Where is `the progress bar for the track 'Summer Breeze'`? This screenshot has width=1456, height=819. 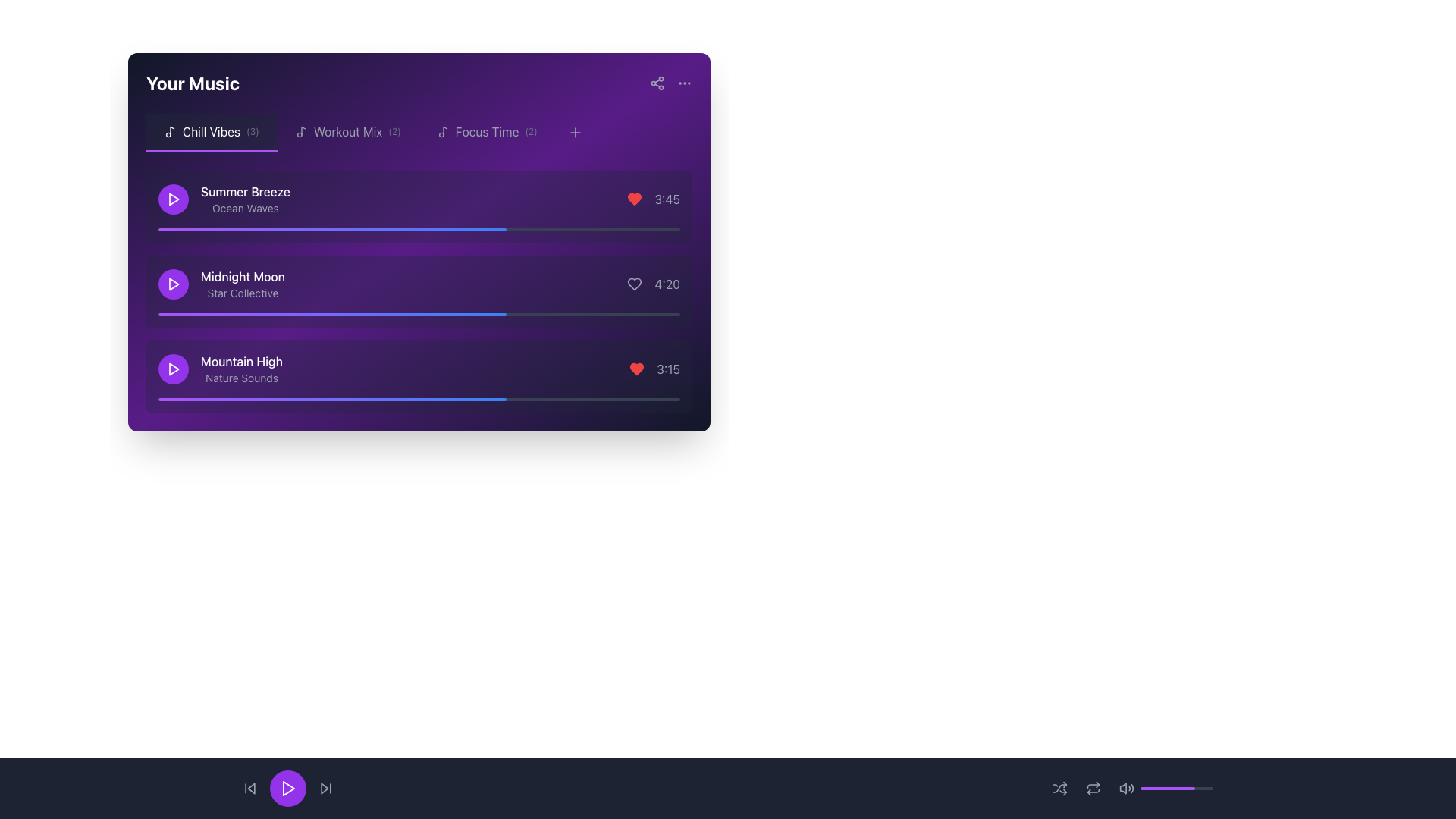 the progress bar for the track 'Summer Breeze' is located at coordinates (419, 230).